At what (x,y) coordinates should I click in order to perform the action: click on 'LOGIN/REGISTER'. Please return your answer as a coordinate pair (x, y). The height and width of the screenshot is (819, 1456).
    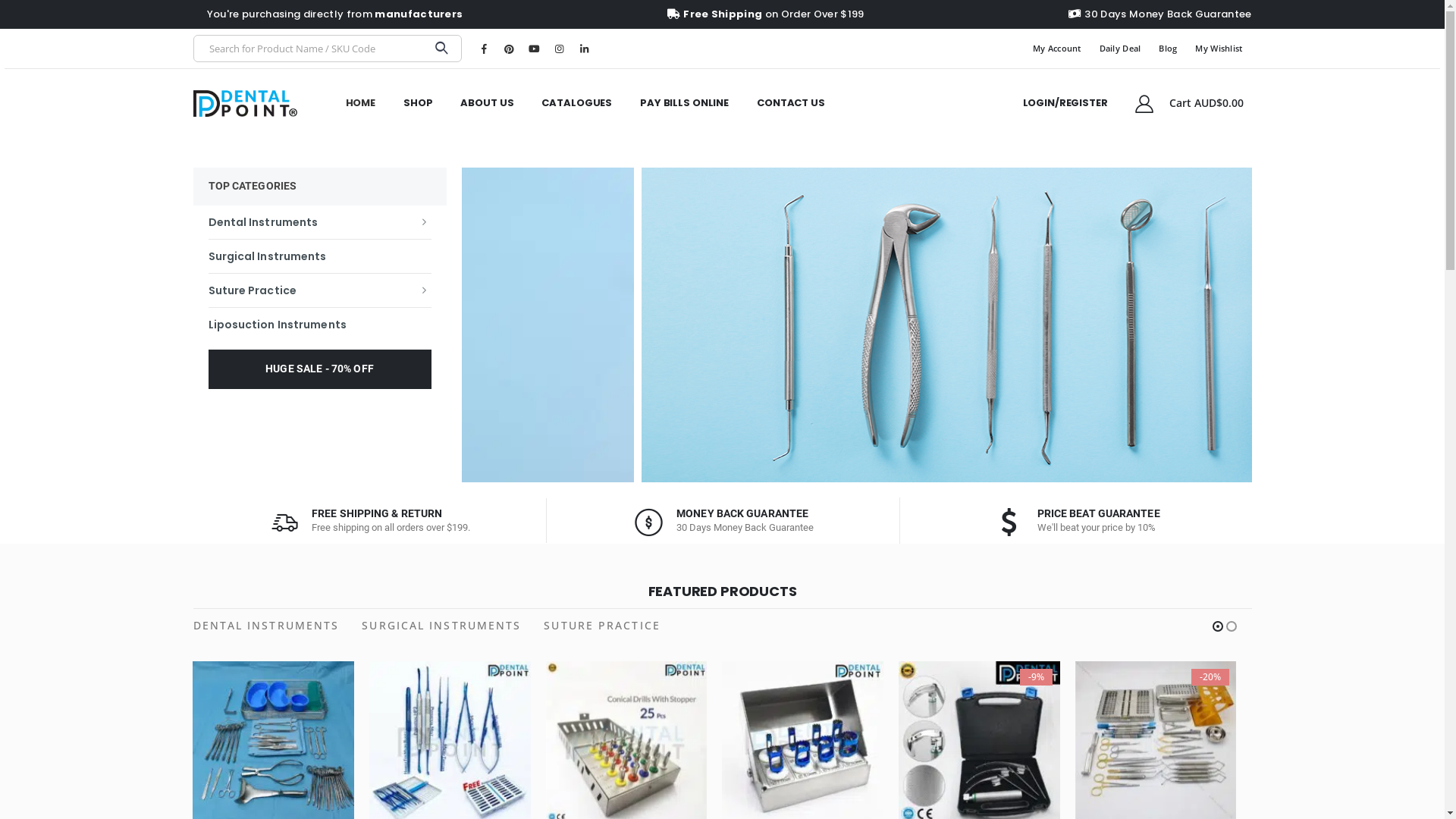
    Looking at the image, I should click on (1009, 102).